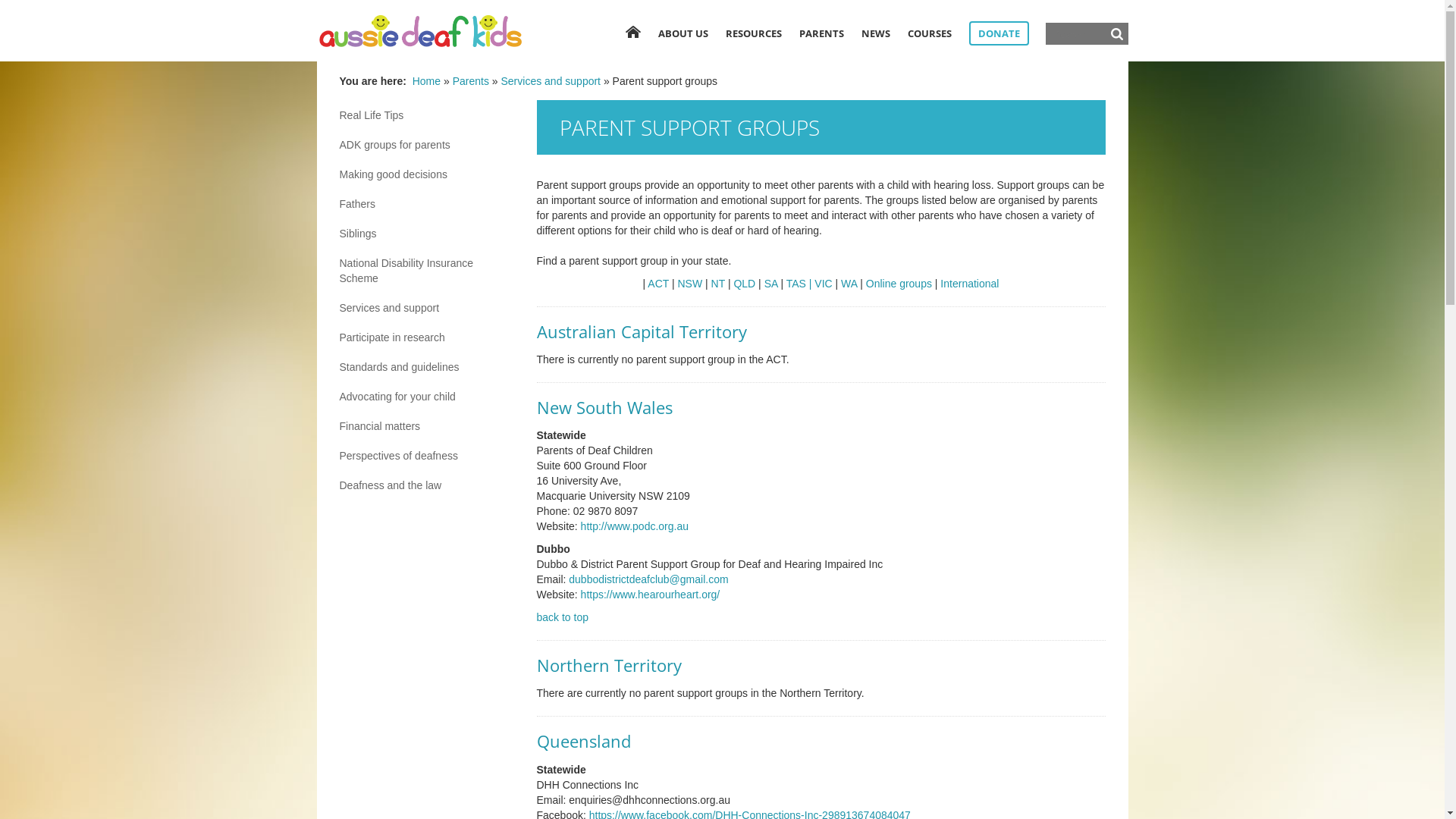  What do you see at coordinates (786, 284) in the screenshot?
I see `'TAS |'` at bounding box center [786, 284].